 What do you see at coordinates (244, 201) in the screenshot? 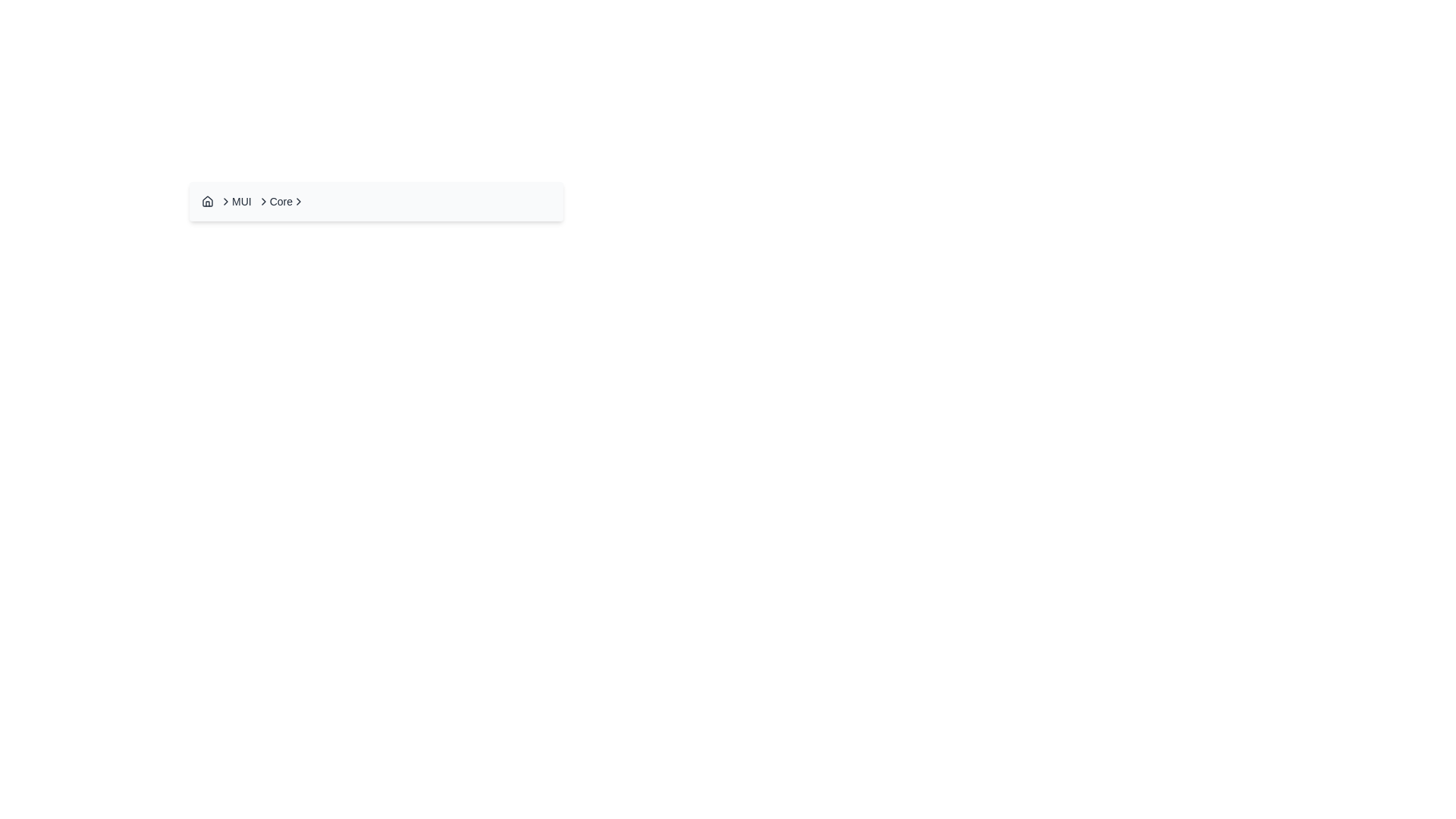
I see `the 'MUI' text label in the breadcrumb navigation` at bounding box center [244, 201].